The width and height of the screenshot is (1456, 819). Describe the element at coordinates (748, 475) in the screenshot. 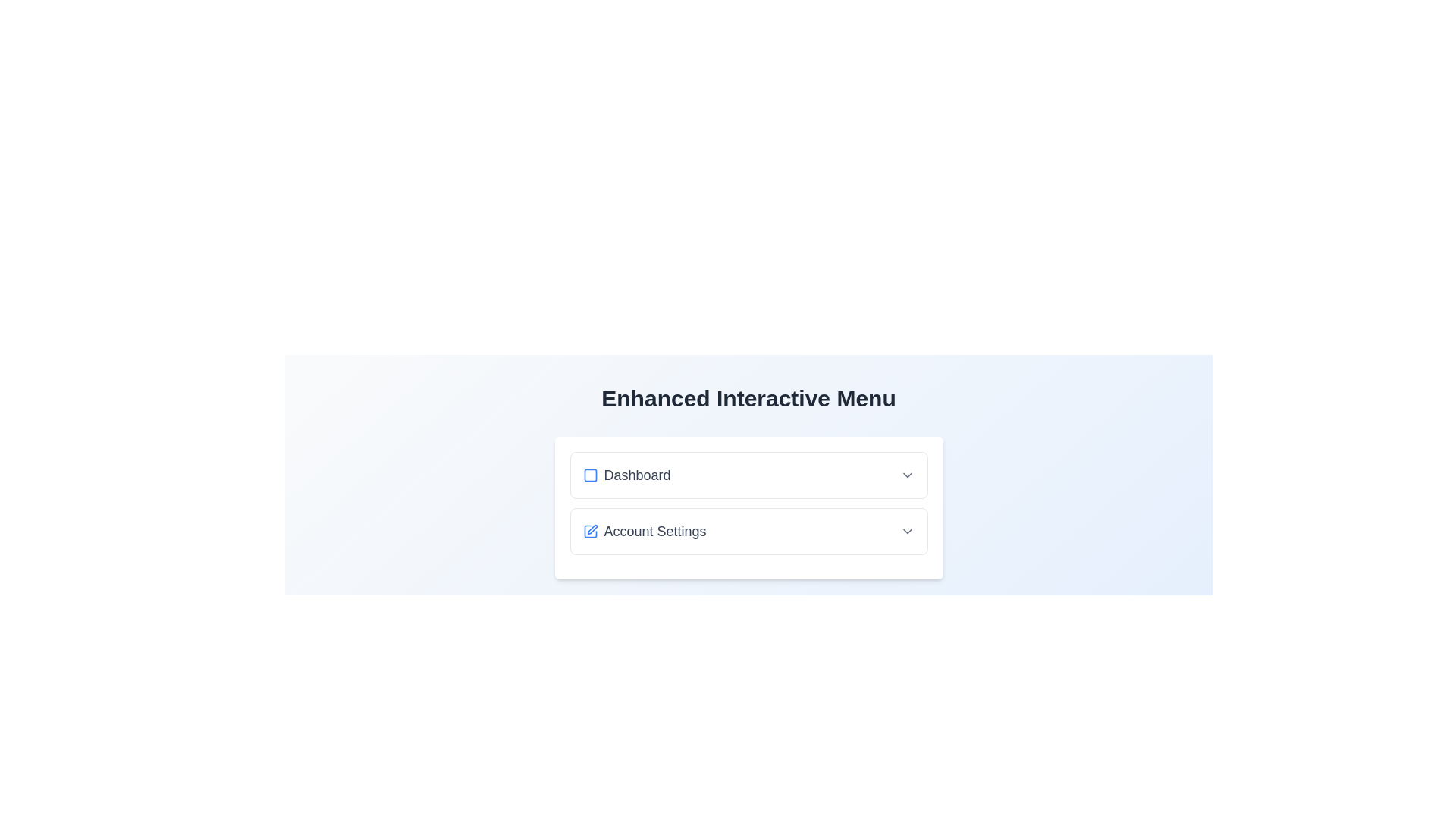

I see `the Interactive button with dropdown labeled 'Dashboard'` at that location.